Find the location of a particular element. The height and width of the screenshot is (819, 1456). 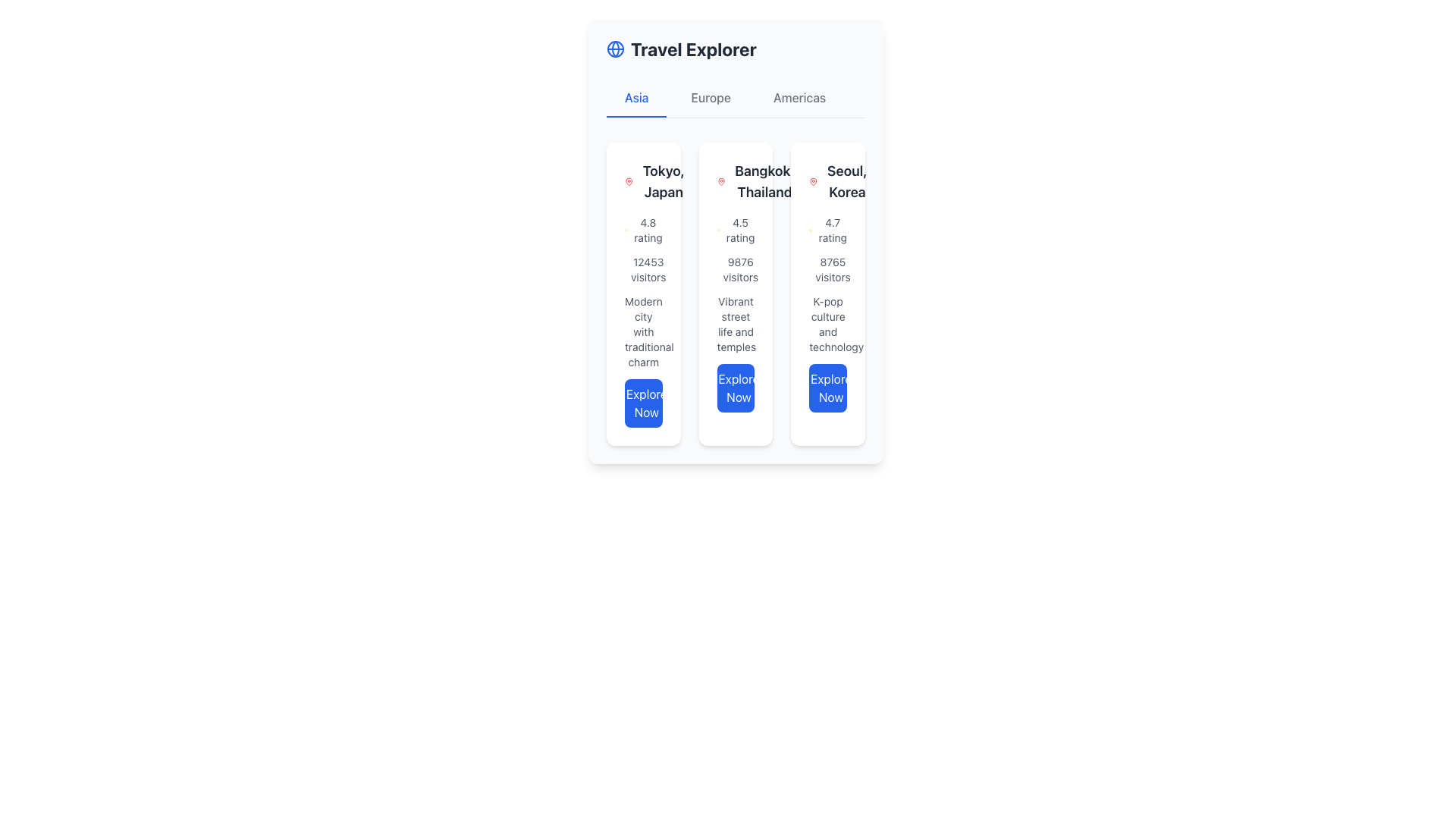

the 'Asia' tab in the Travel Explorer panel is located at coordinates (636, 99).